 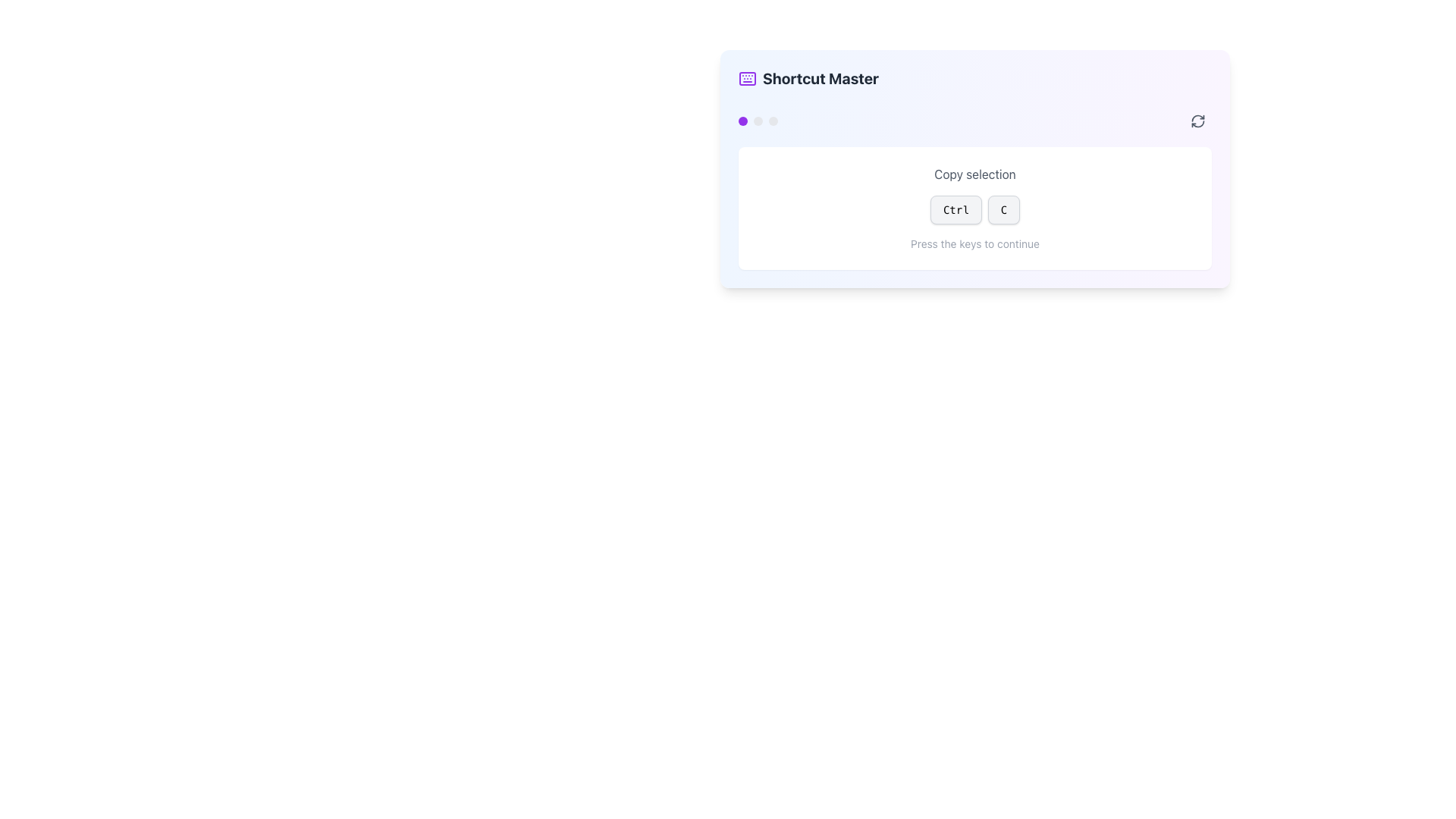 I want to click on the static text label located at the bottom of the 'Shortcut Master' card, which prompts the user to press certain keys, so click(x=975, y=243).